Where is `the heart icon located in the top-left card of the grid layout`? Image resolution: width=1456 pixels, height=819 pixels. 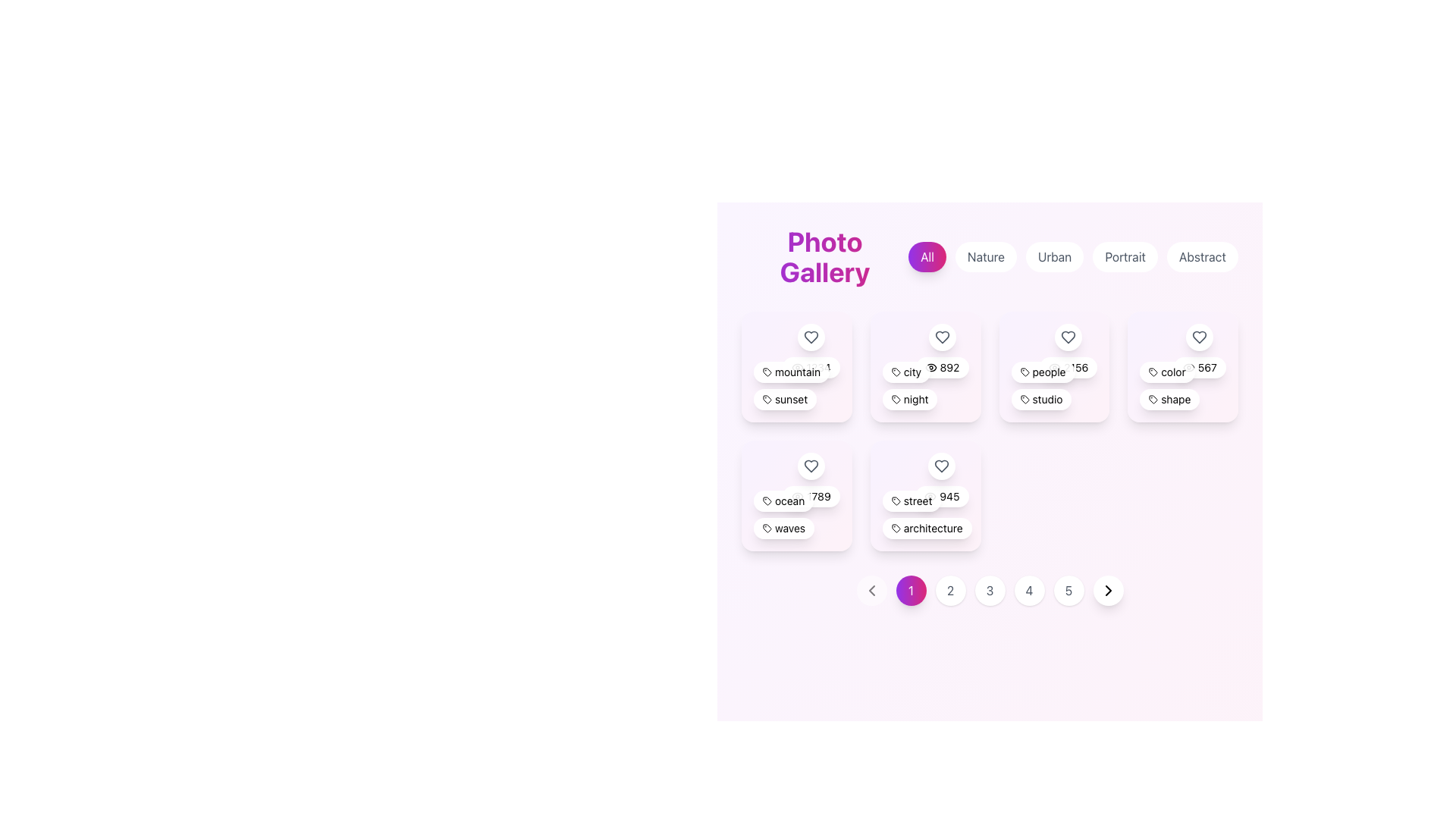 the heart icon located in the top-left card of the grid layout is located at coordinates (810, 336).